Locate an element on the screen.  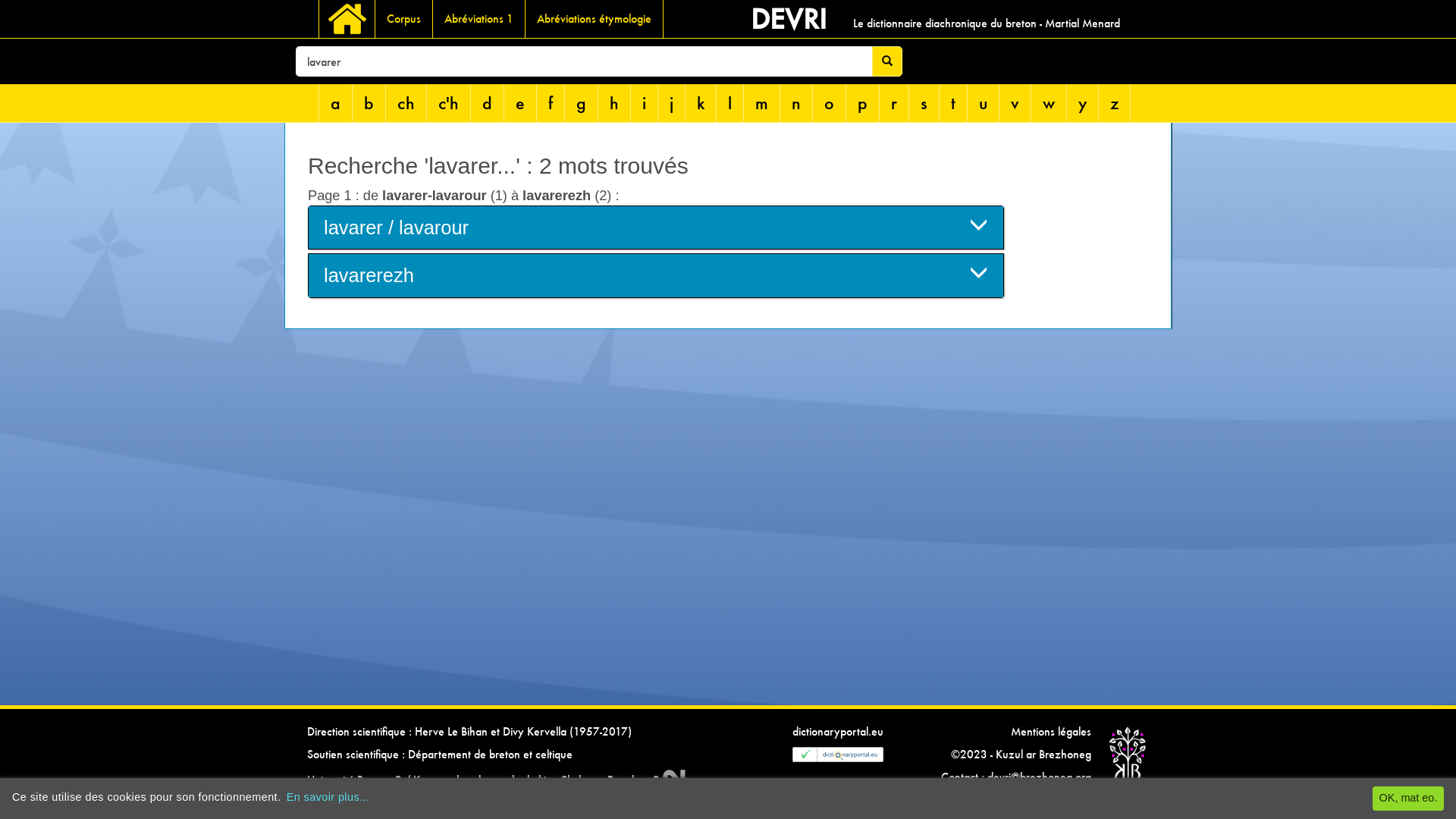
't' is located at coordinates (952, 102).